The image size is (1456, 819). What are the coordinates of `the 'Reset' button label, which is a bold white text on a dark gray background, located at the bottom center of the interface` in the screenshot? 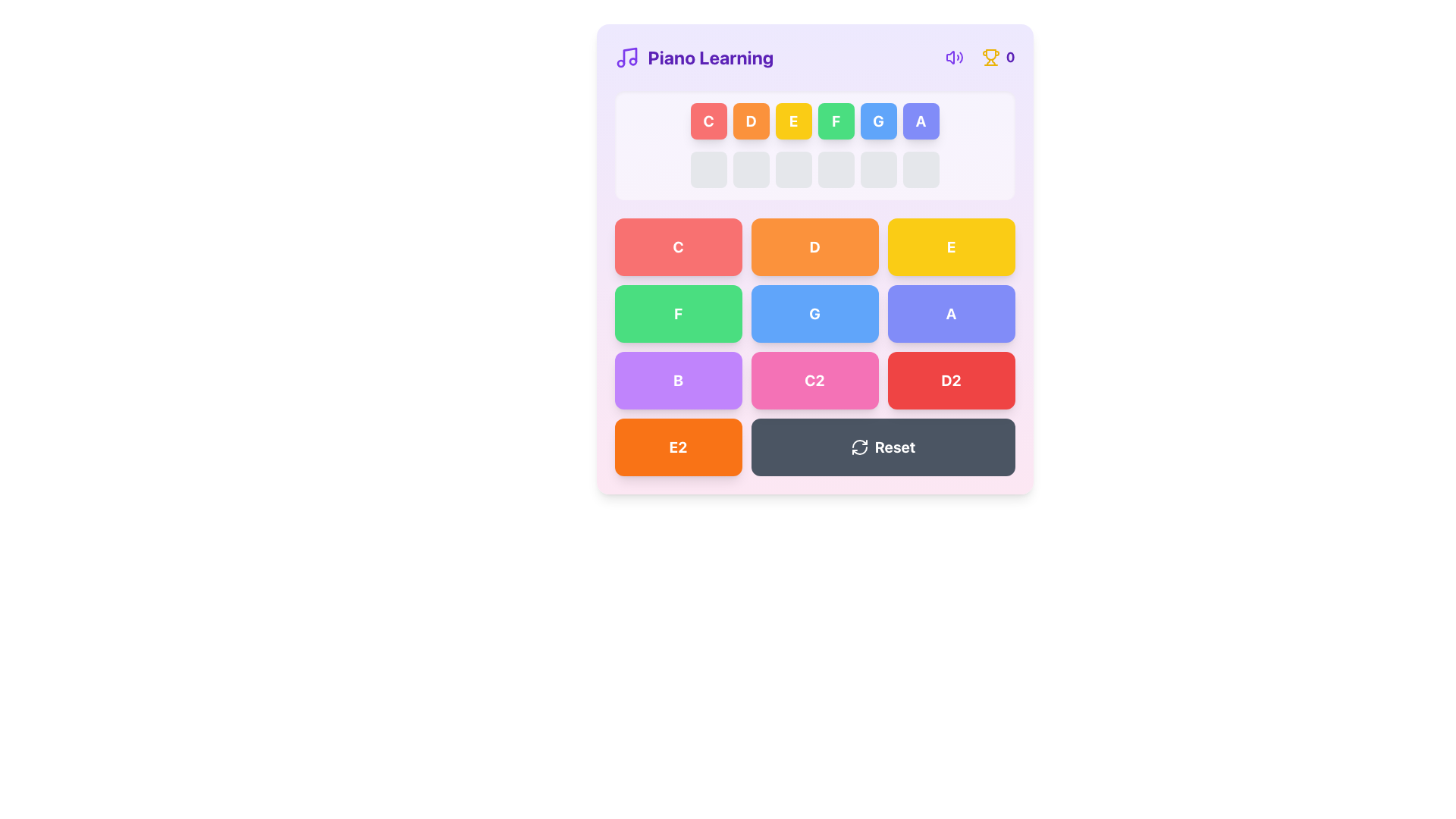 It's located at (895, 447).